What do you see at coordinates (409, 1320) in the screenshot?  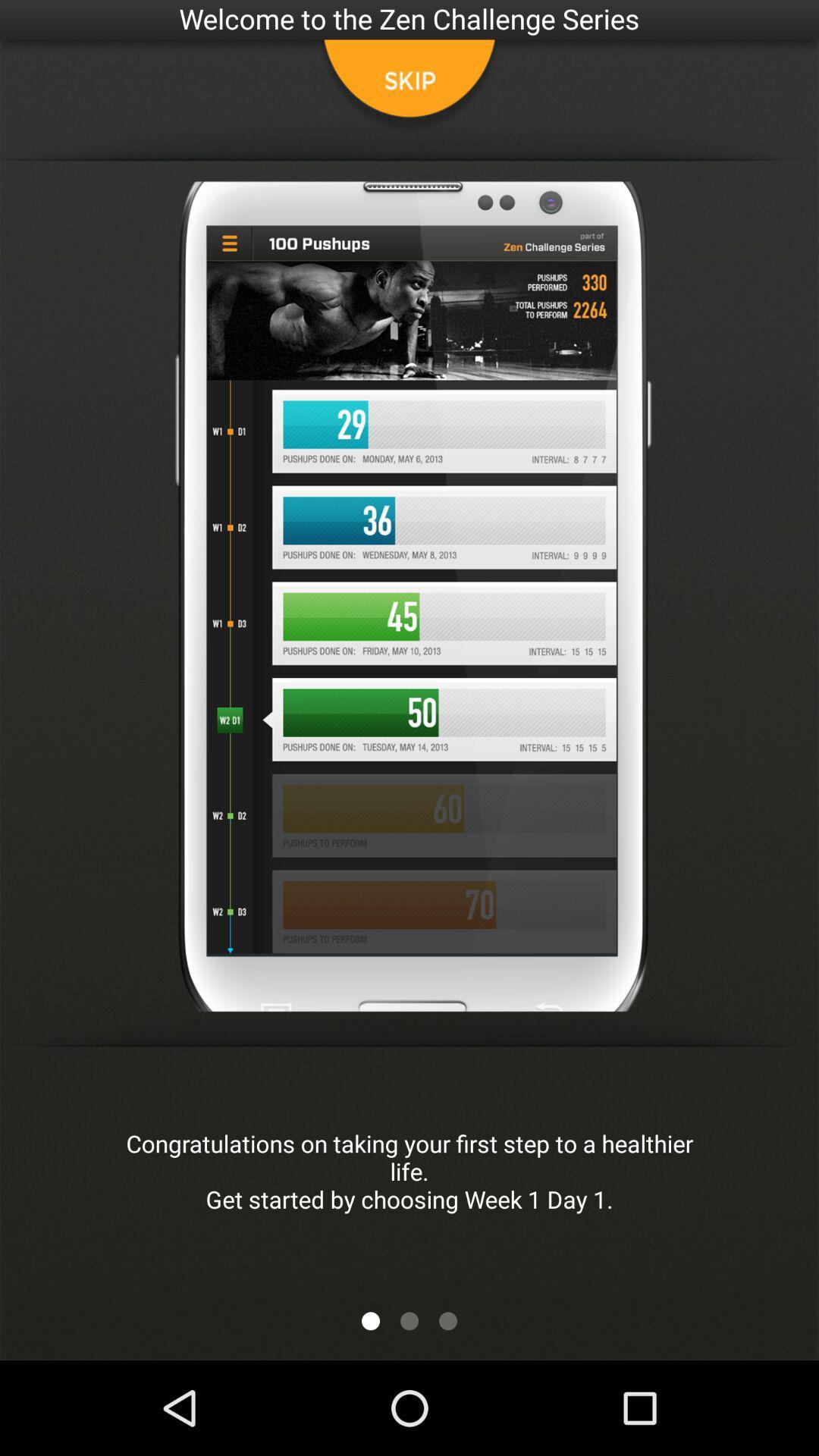 I see `second slide/image` at bounding box center [409, 1320].